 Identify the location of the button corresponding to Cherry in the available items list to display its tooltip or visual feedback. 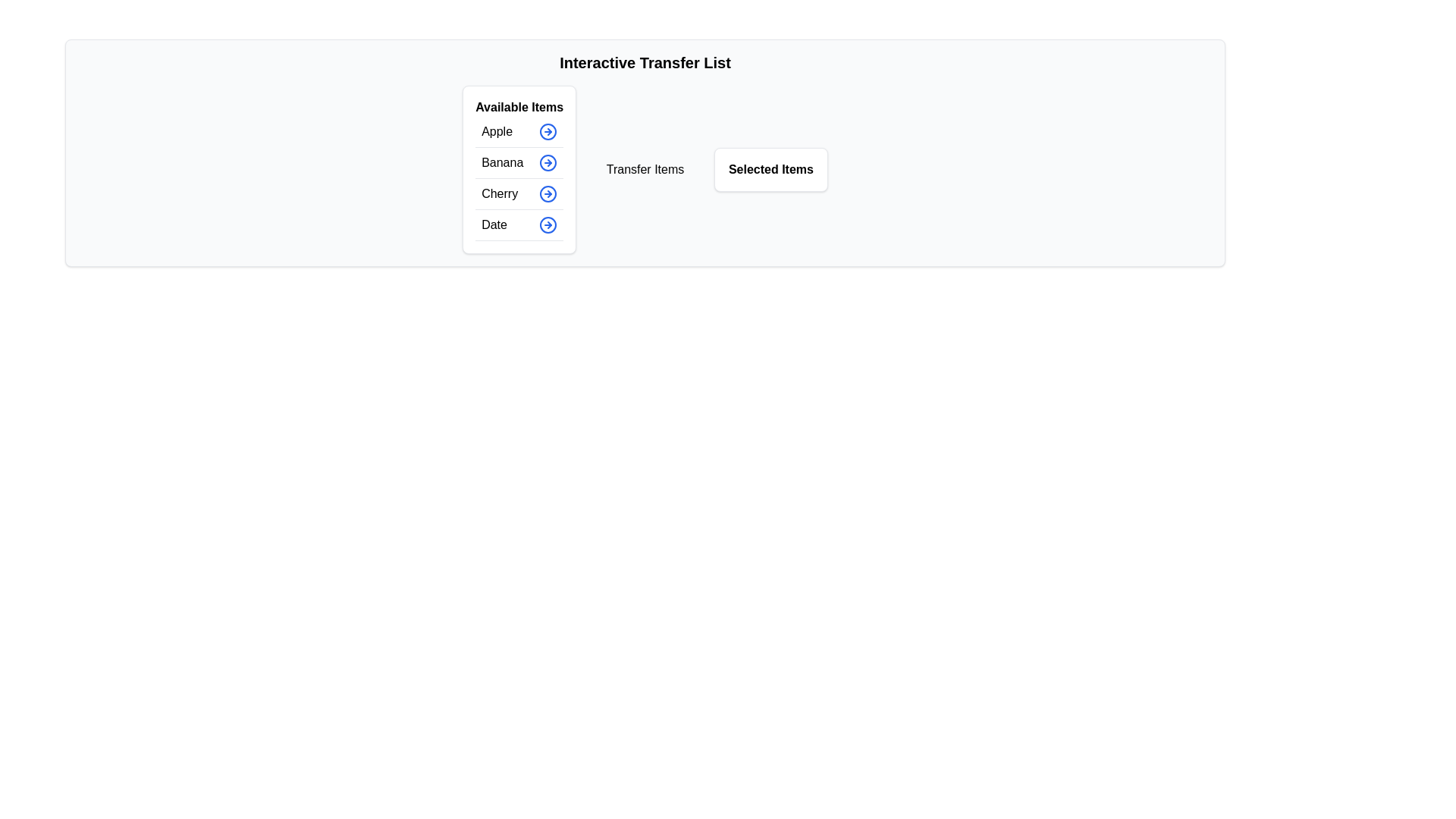
(548, 193).